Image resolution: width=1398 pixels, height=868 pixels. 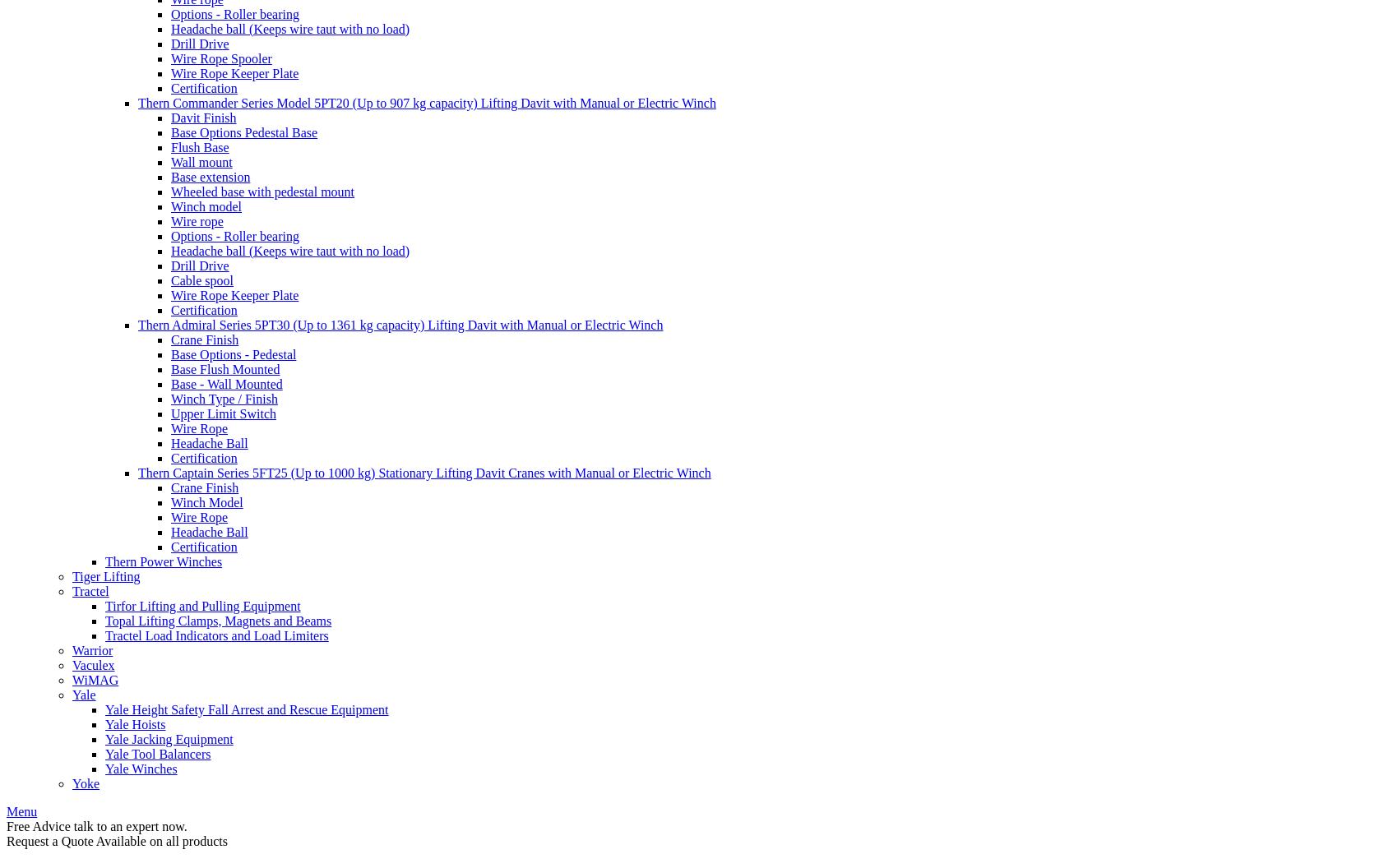 I want to click on 'Thern Power Winches', so click(x=104, y=561).